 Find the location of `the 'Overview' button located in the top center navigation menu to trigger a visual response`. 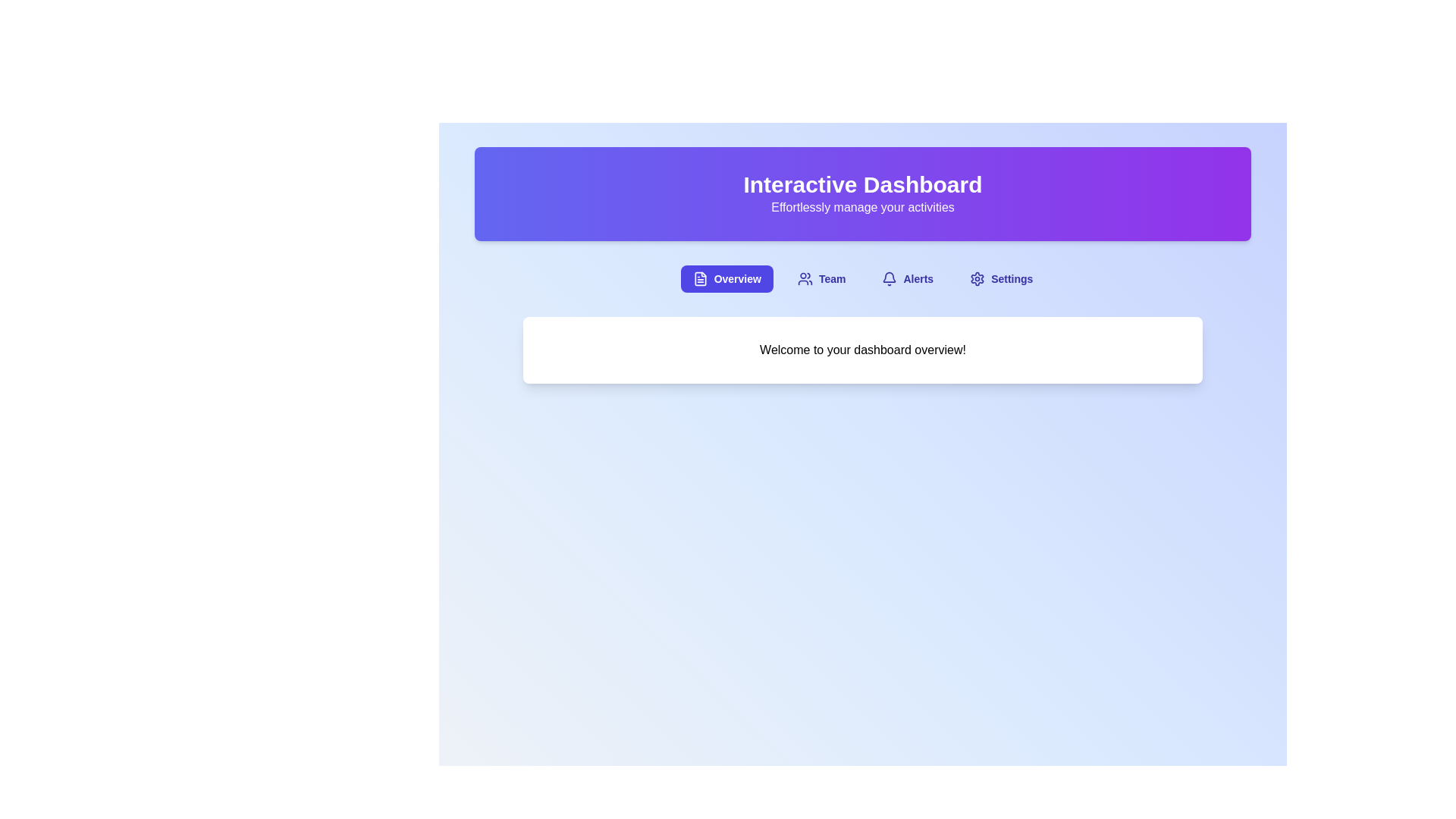

the 'Overview' button located in the top center navigation menu to trigger a visual response is located at coordinates (726, 278).